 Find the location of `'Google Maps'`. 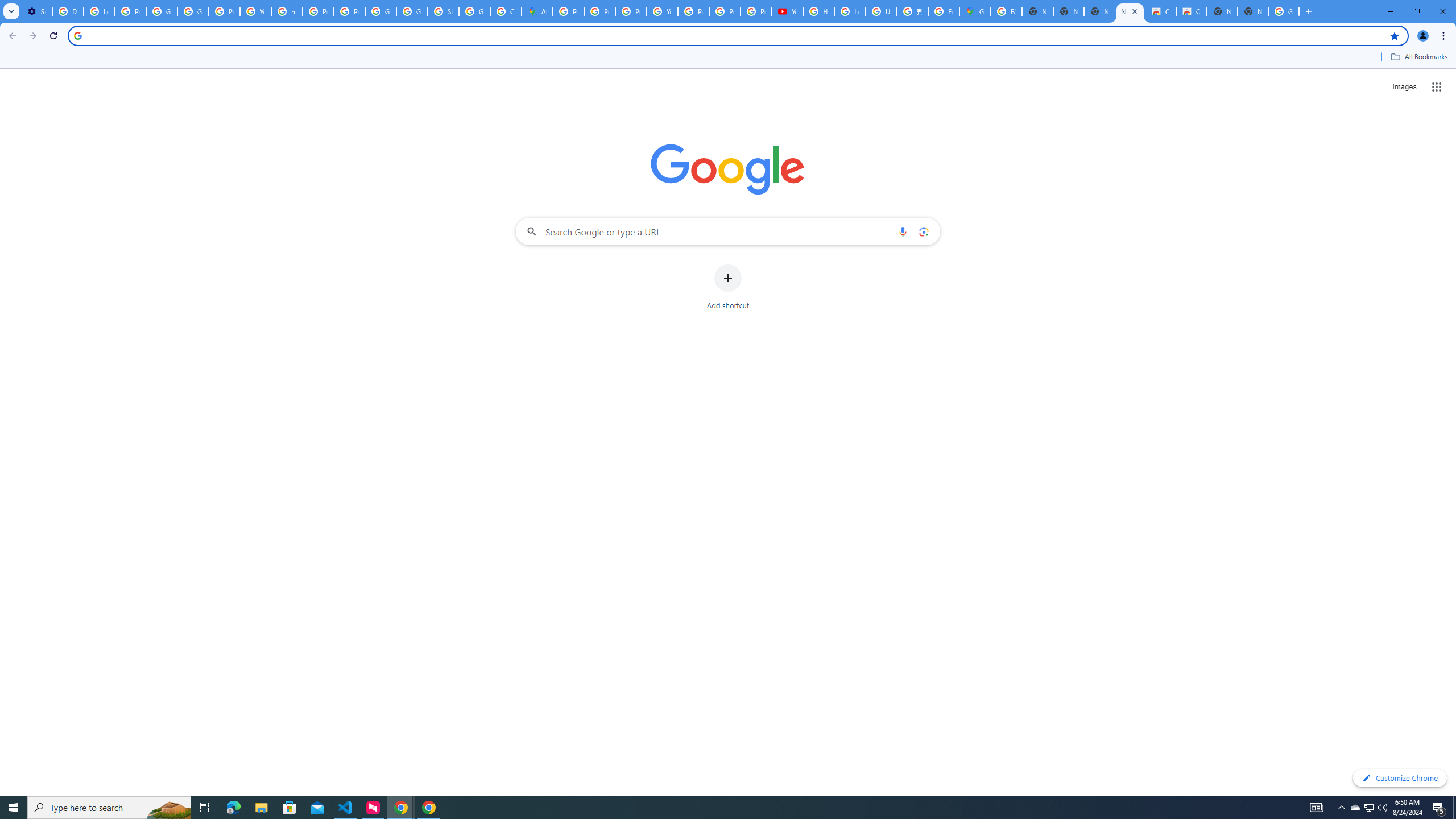

'Google Maps' is located at coordinates (974, 11).